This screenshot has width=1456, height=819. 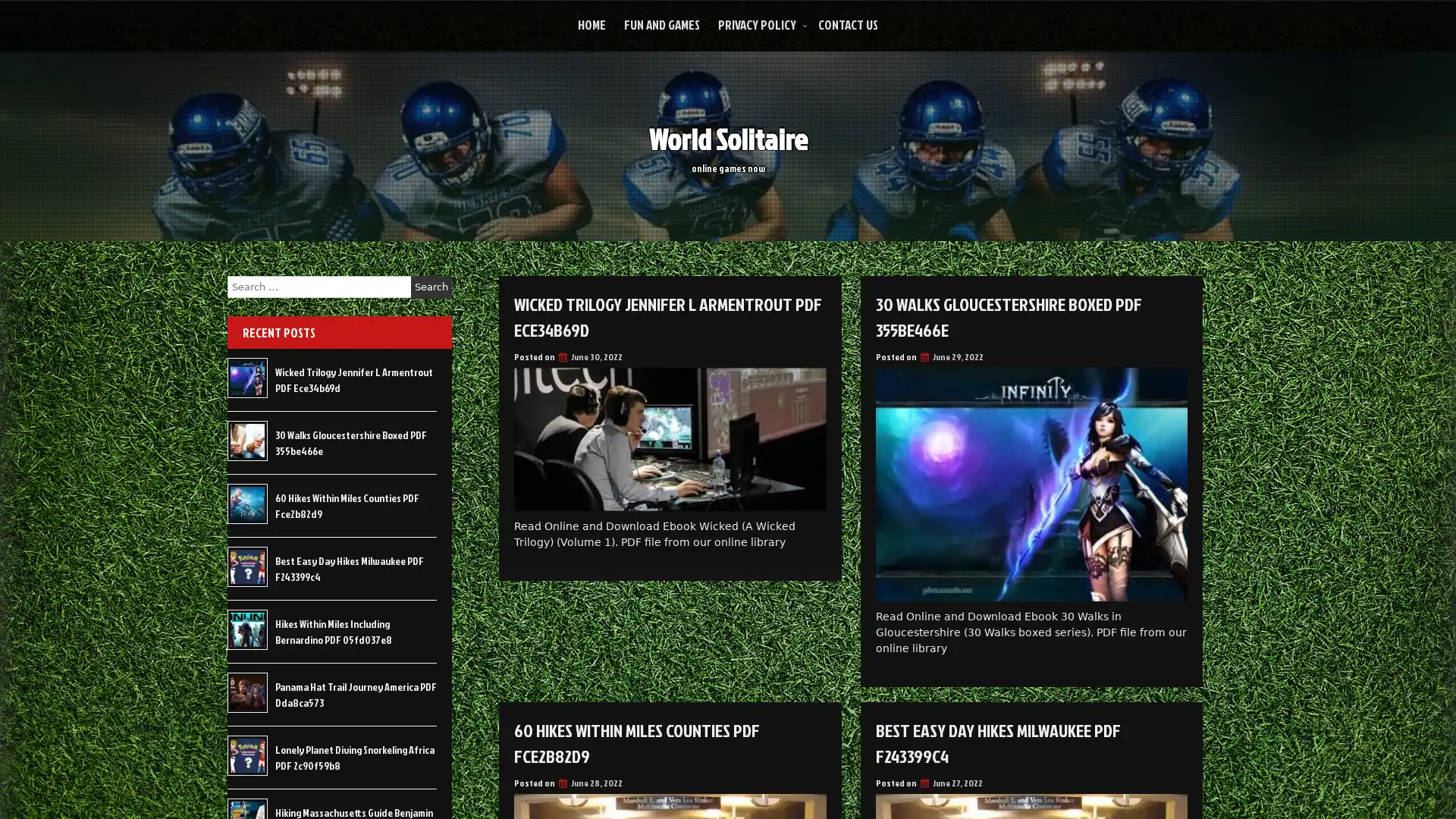 What do you see at coordinates (431, 287) in the screenshot?
I see `Search` at bounding box center [431, 287].